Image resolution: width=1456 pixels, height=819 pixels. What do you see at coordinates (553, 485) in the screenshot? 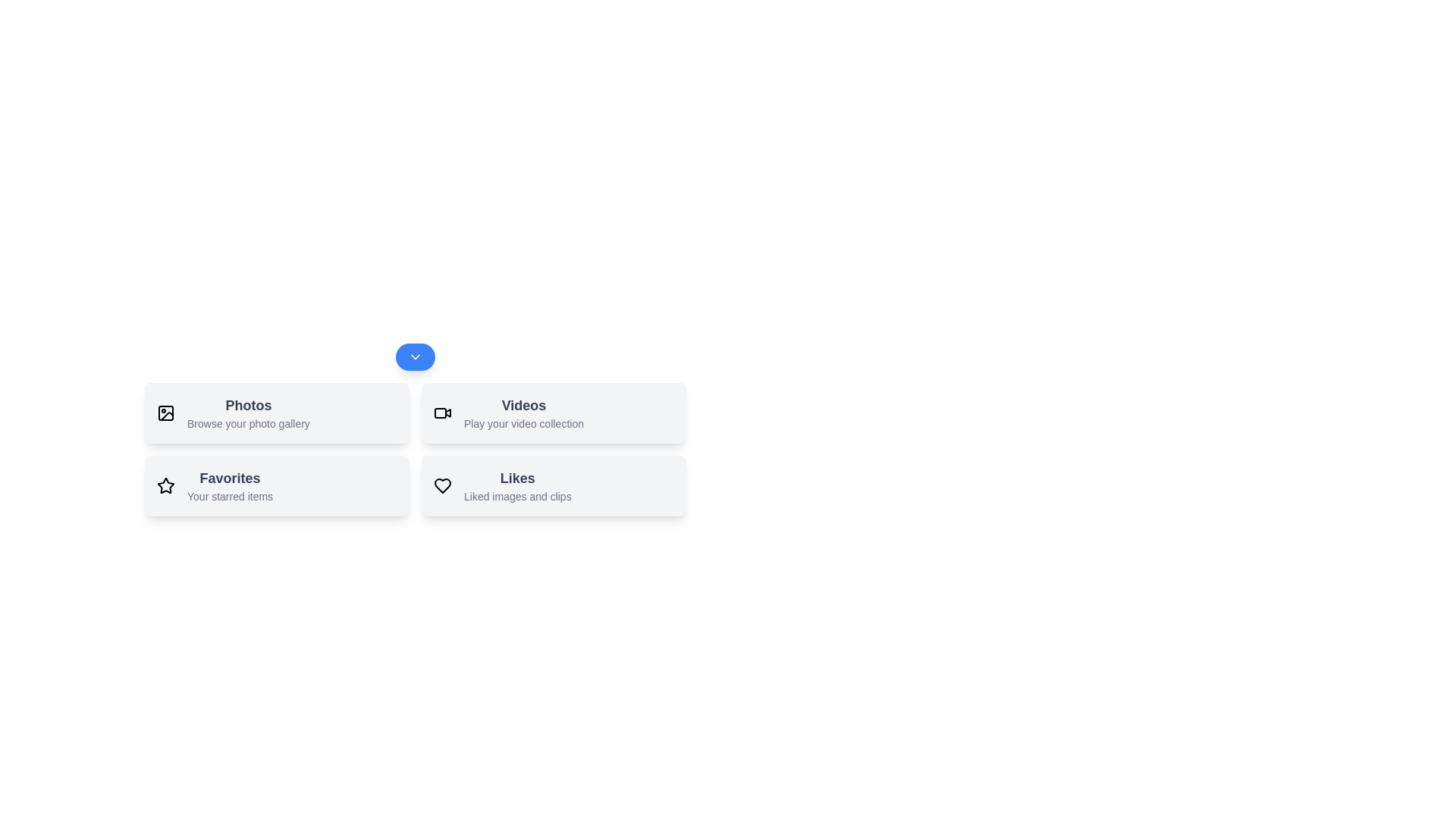
I see `the action button labeled 'Likes' to observe its visual effects` at bounding box center [553, 485].